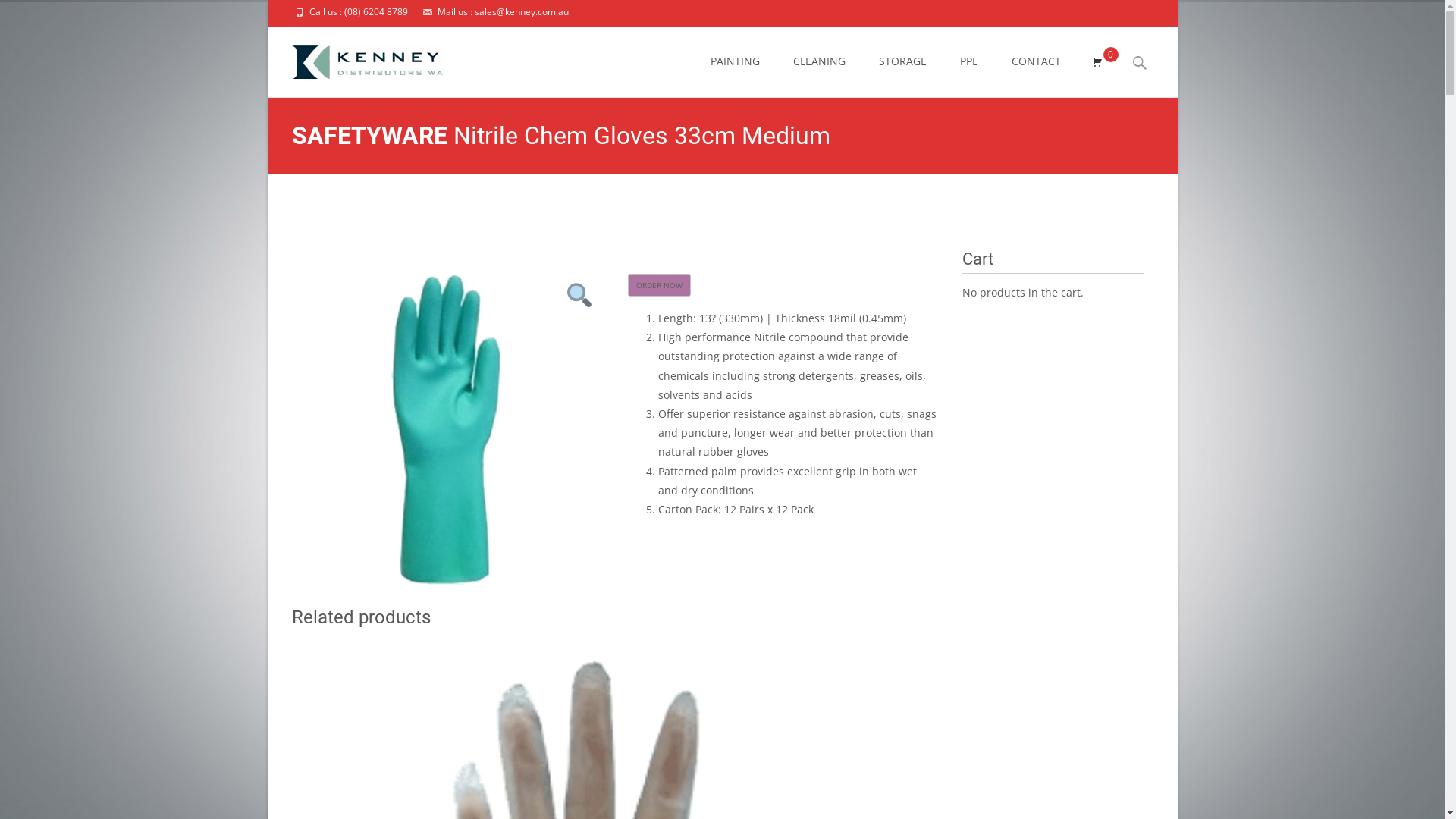  I want to click on '0', so click(1096, 61).